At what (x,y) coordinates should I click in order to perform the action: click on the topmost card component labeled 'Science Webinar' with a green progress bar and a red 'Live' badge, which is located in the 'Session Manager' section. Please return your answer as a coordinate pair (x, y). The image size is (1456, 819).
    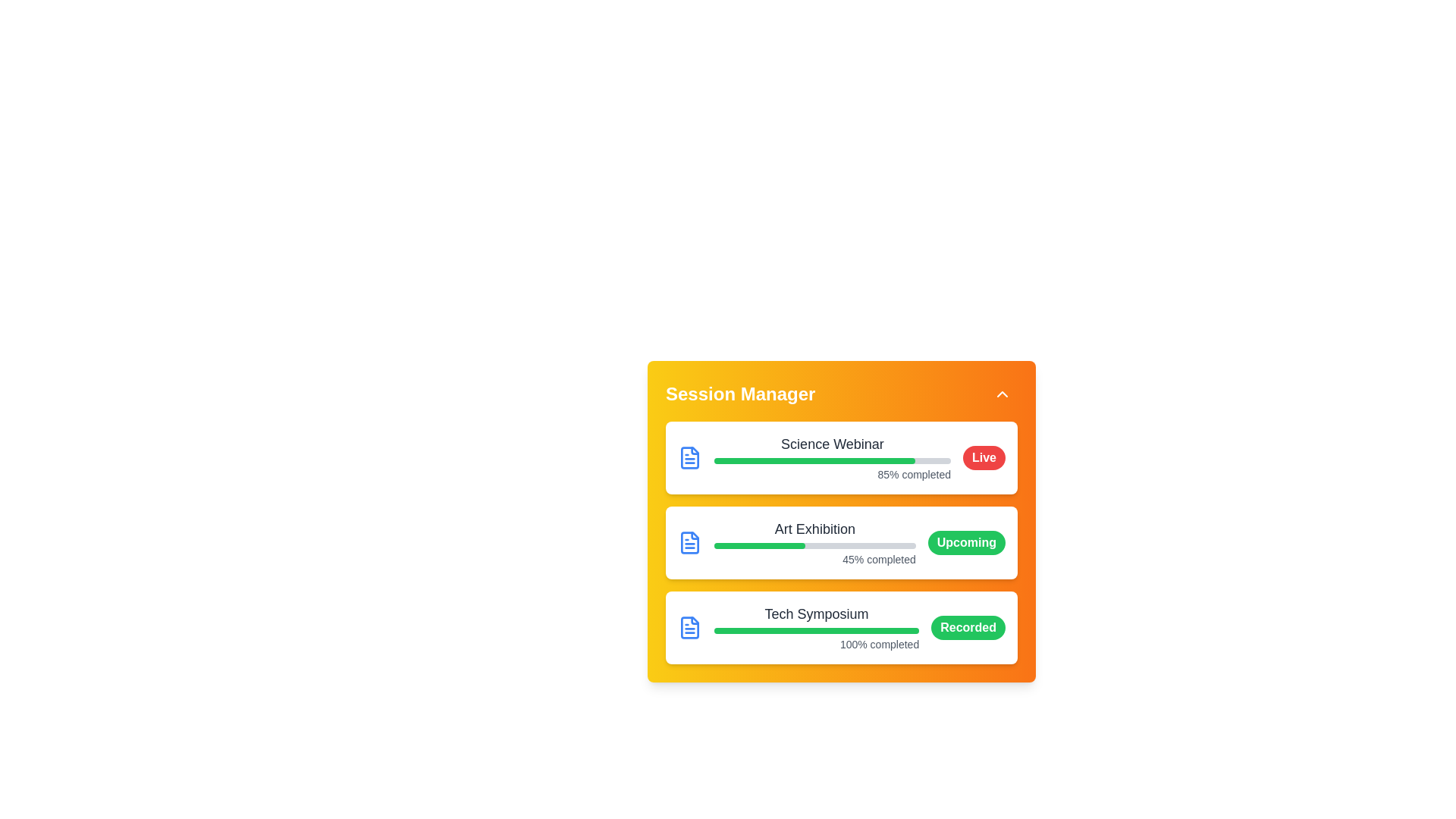
    Looking at the image, I should click on (840, 457).